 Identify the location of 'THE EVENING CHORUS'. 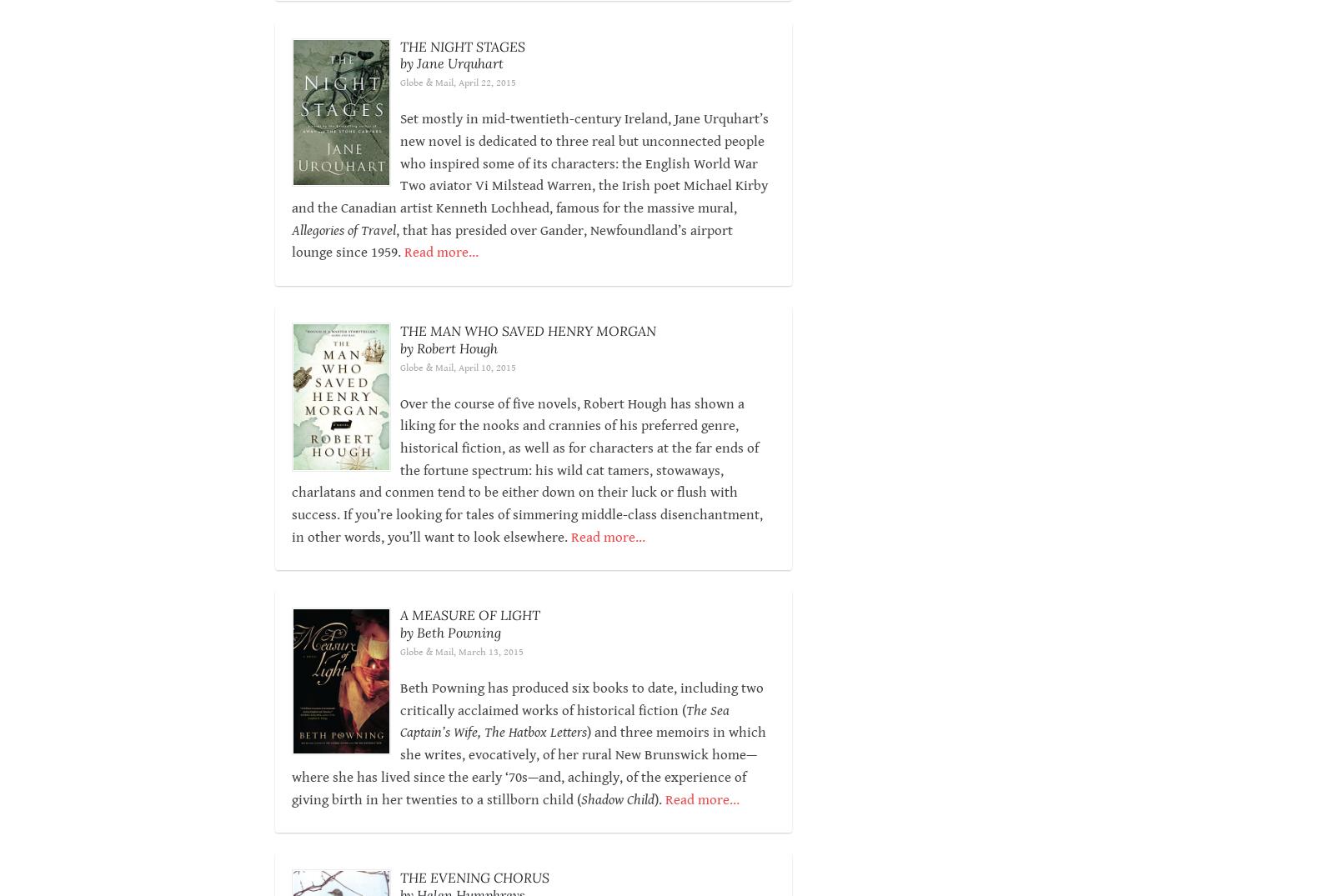
(473, 877).